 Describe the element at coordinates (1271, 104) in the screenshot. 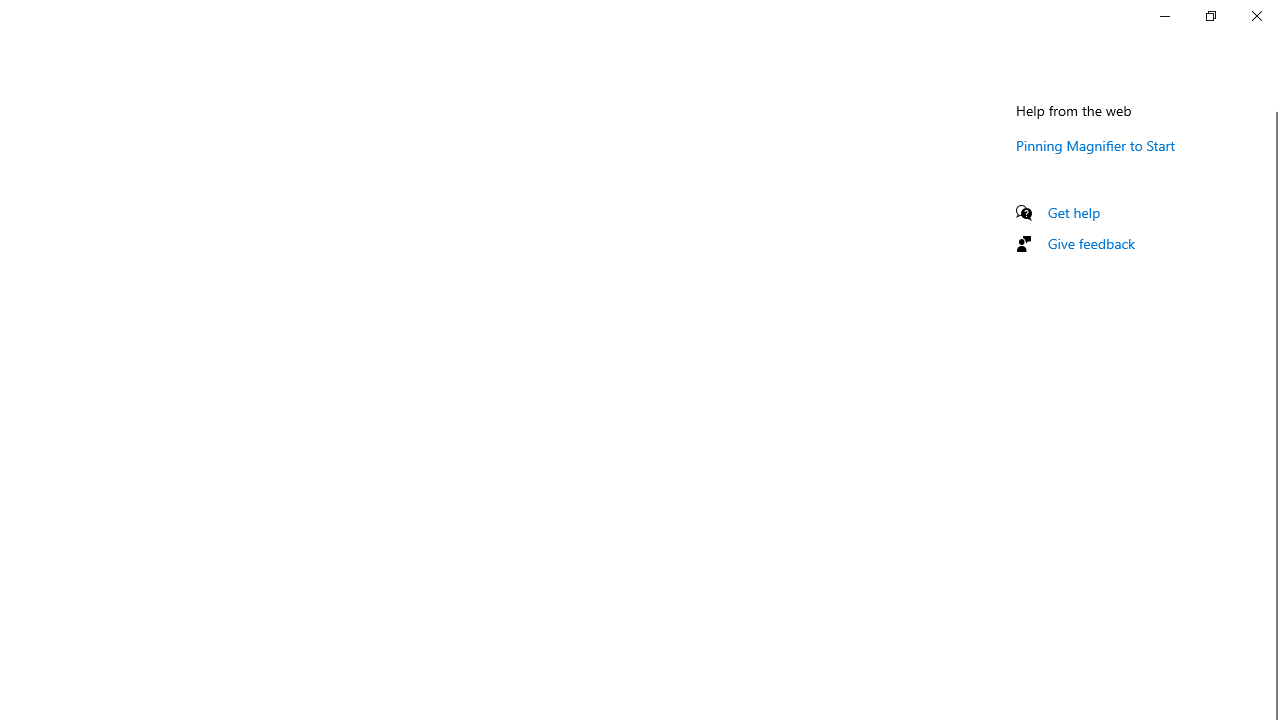

I see `'Vertical Small Decrease'` at that location.